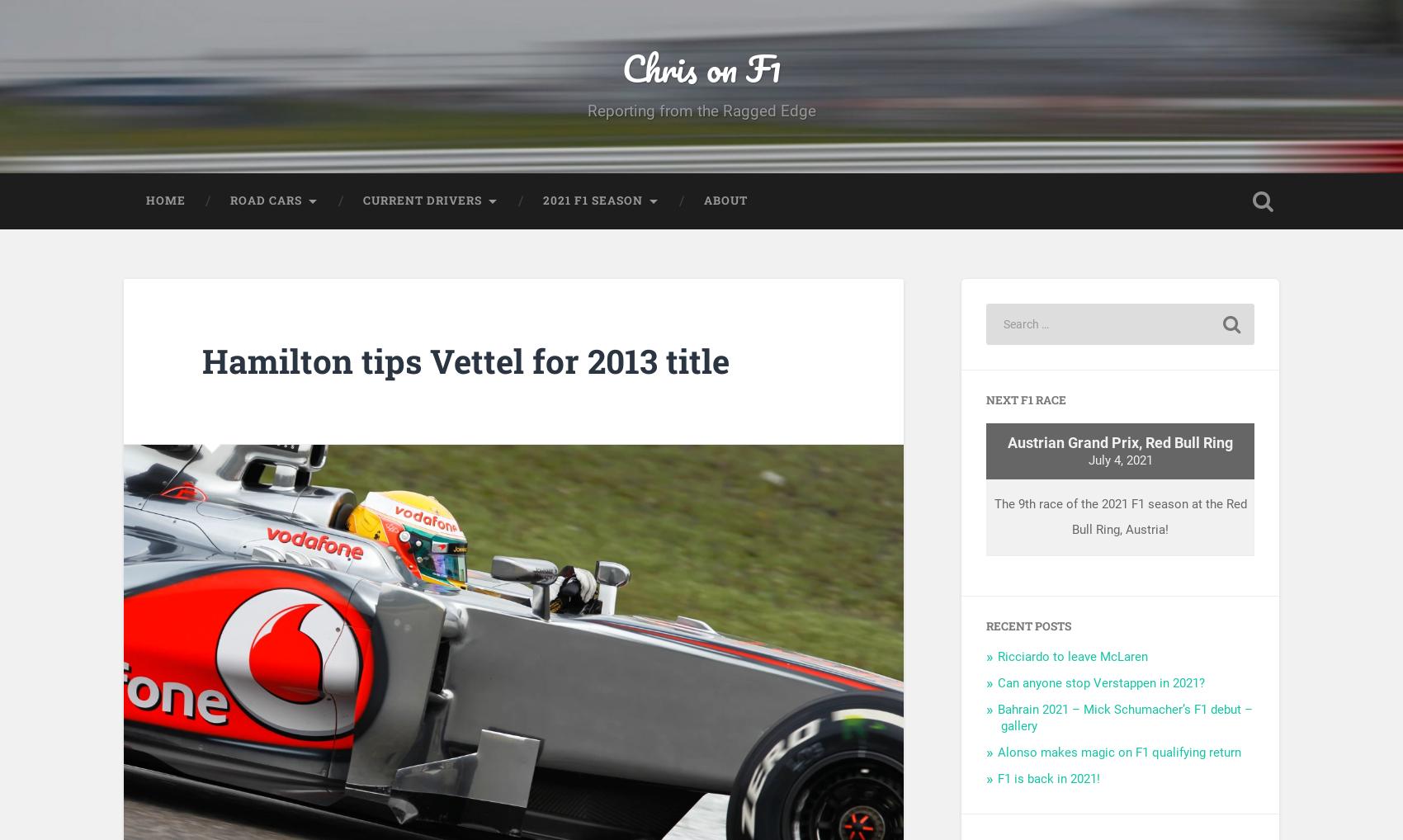 The height and width of the screenshot is (840, 1403). What do you see at coordinates (701, 73) in the screenshot?
I see `'Chris on F1'` at bounding box center [701, 73].